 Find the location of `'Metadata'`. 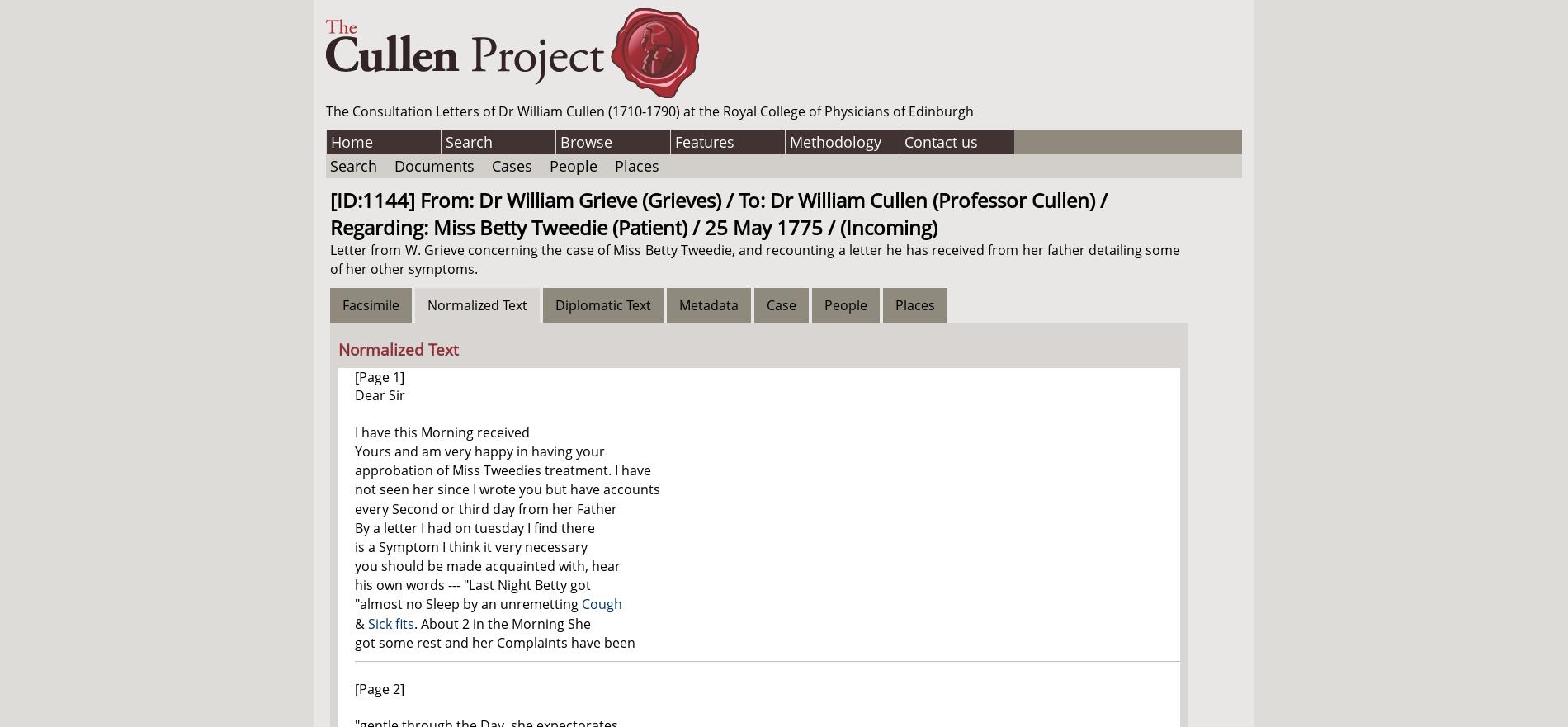

'Metadata' is located at coordinates (707, 303).